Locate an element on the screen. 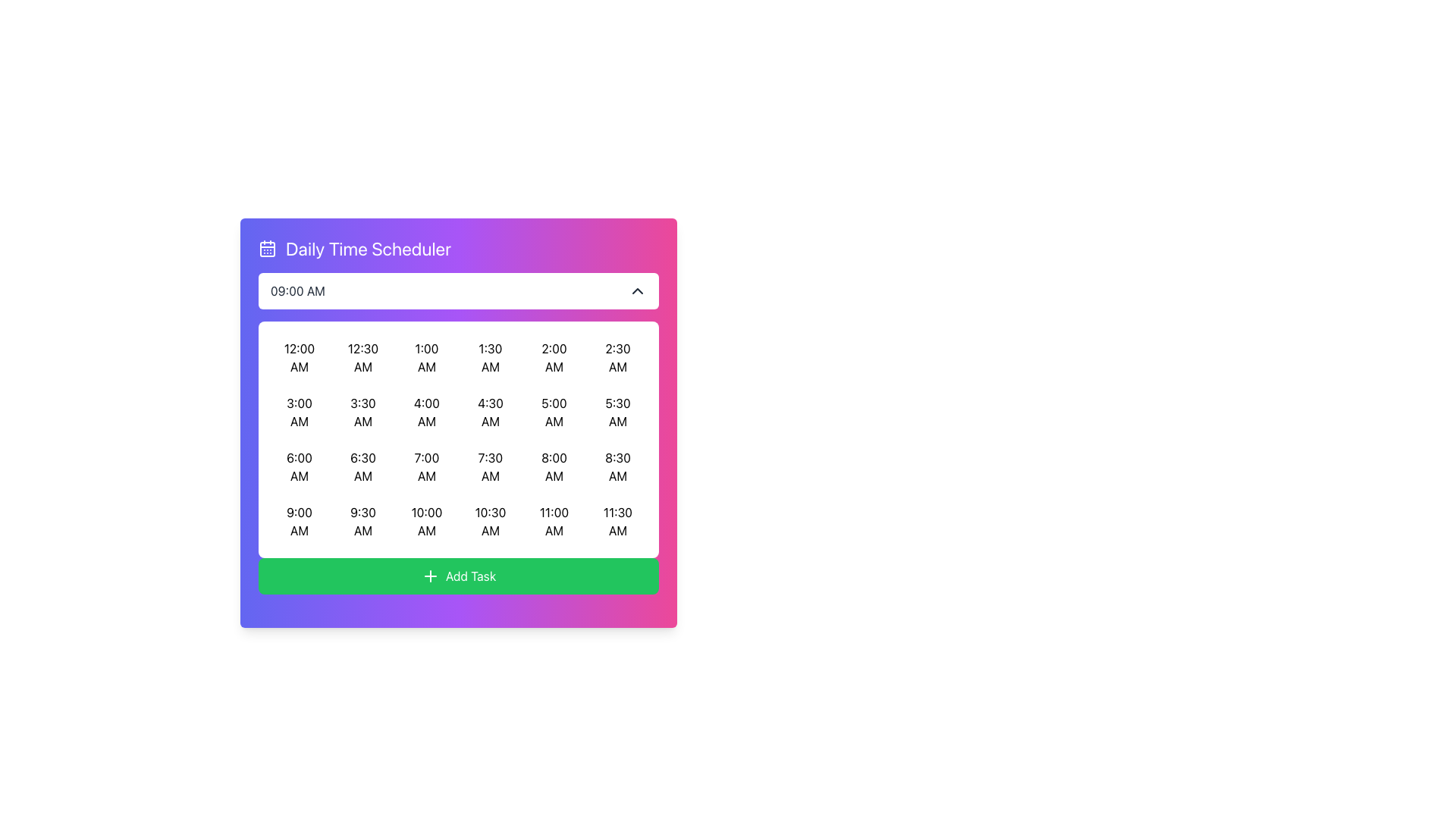 The height and width of the screenshot is (819, 1456). the green 'Add Task' button with a '+' icon is located at coordinates (457, 576).